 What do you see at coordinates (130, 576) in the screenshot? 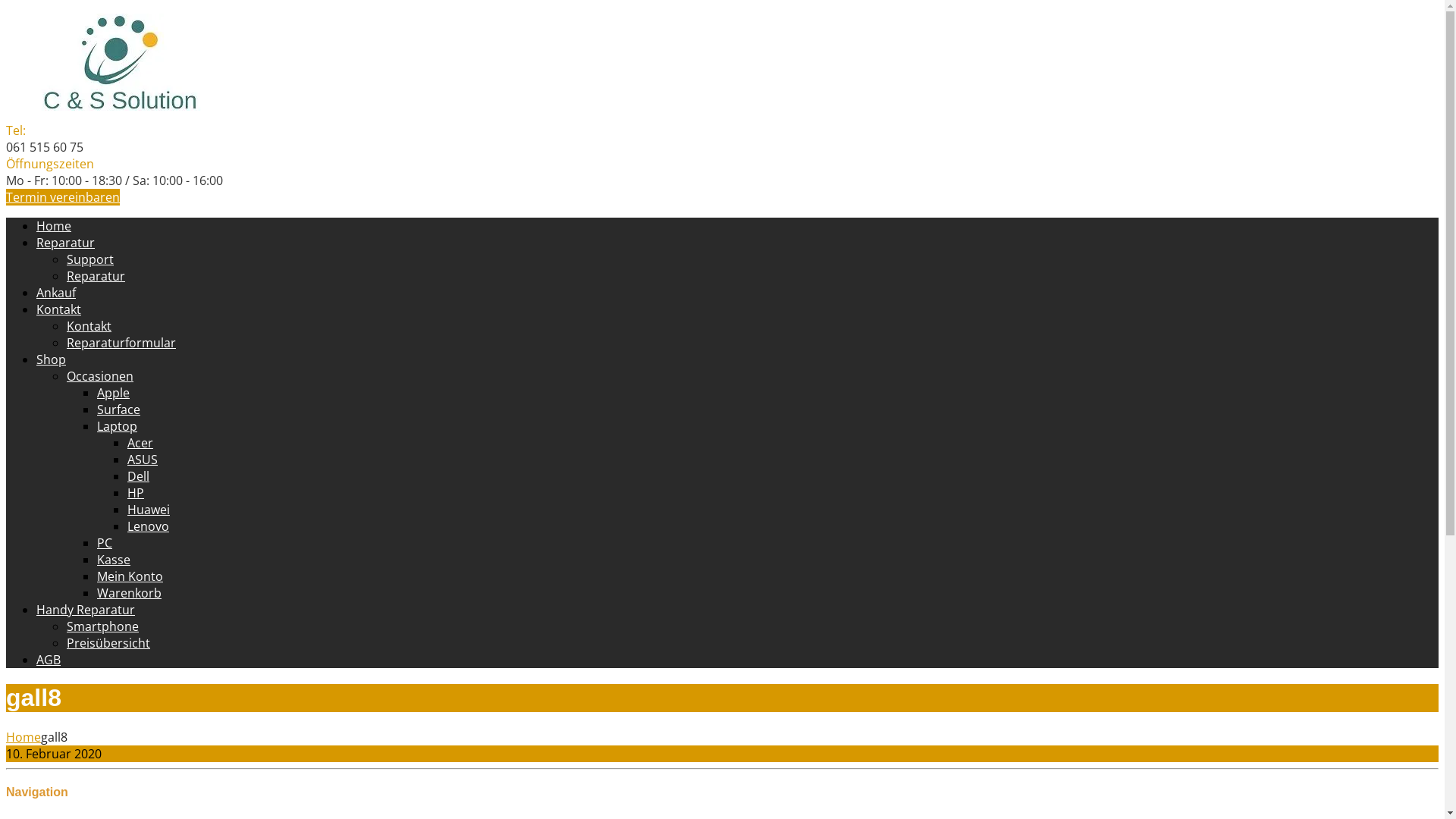
I see `'Mein Konto'` at bounding box center [130, 576].